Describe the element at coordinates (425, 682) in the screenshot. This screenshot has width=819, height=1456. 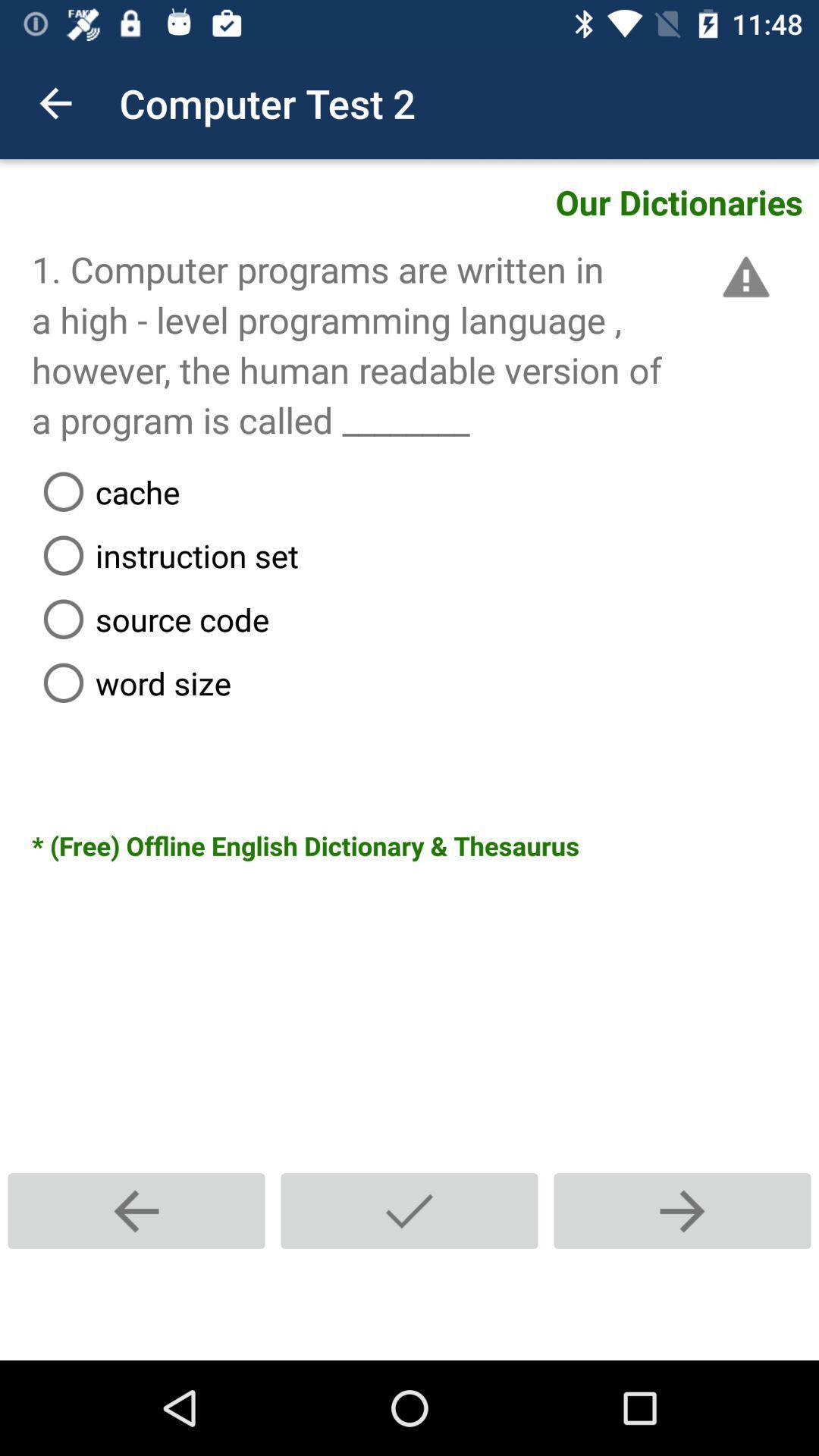
I see `the item above the free offline english icon` at that location.